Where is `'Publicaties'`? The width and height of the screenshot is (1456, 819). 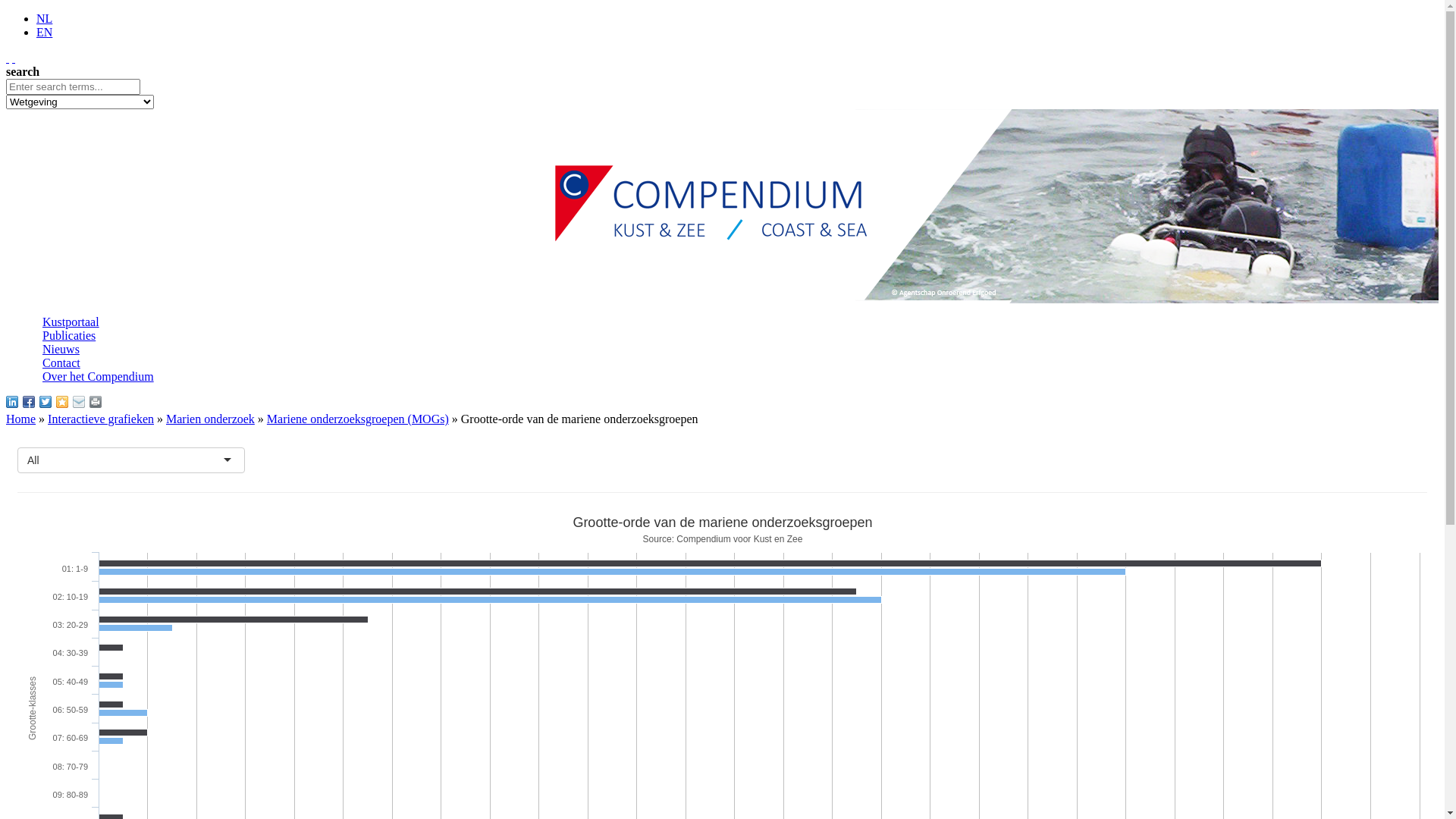
'Publicaties' is located at coordinates (68, 334).